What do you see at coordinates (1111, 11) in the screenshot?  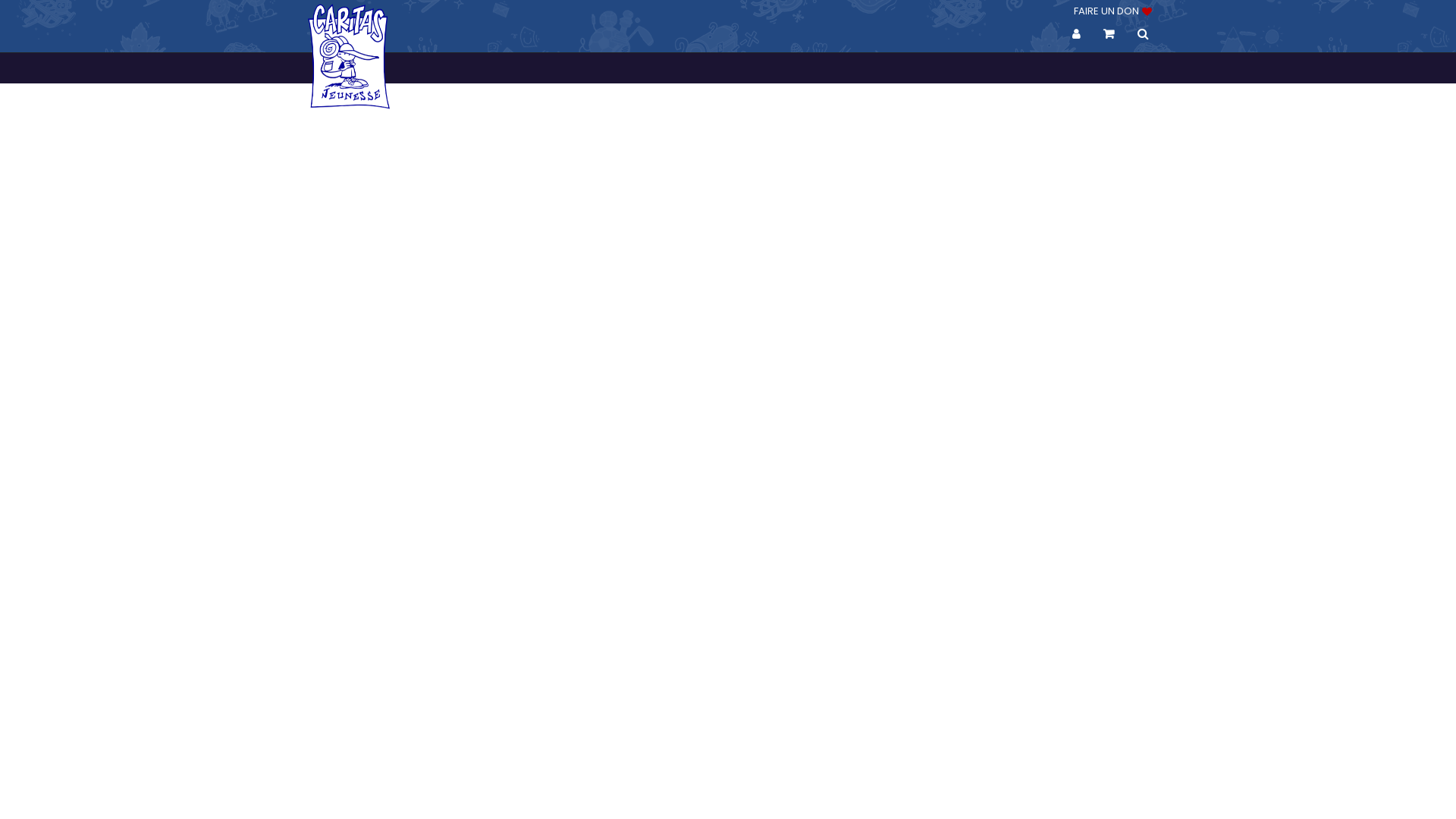 I see `'FAIRE UN DON'` at bounding box center [1111, 11].